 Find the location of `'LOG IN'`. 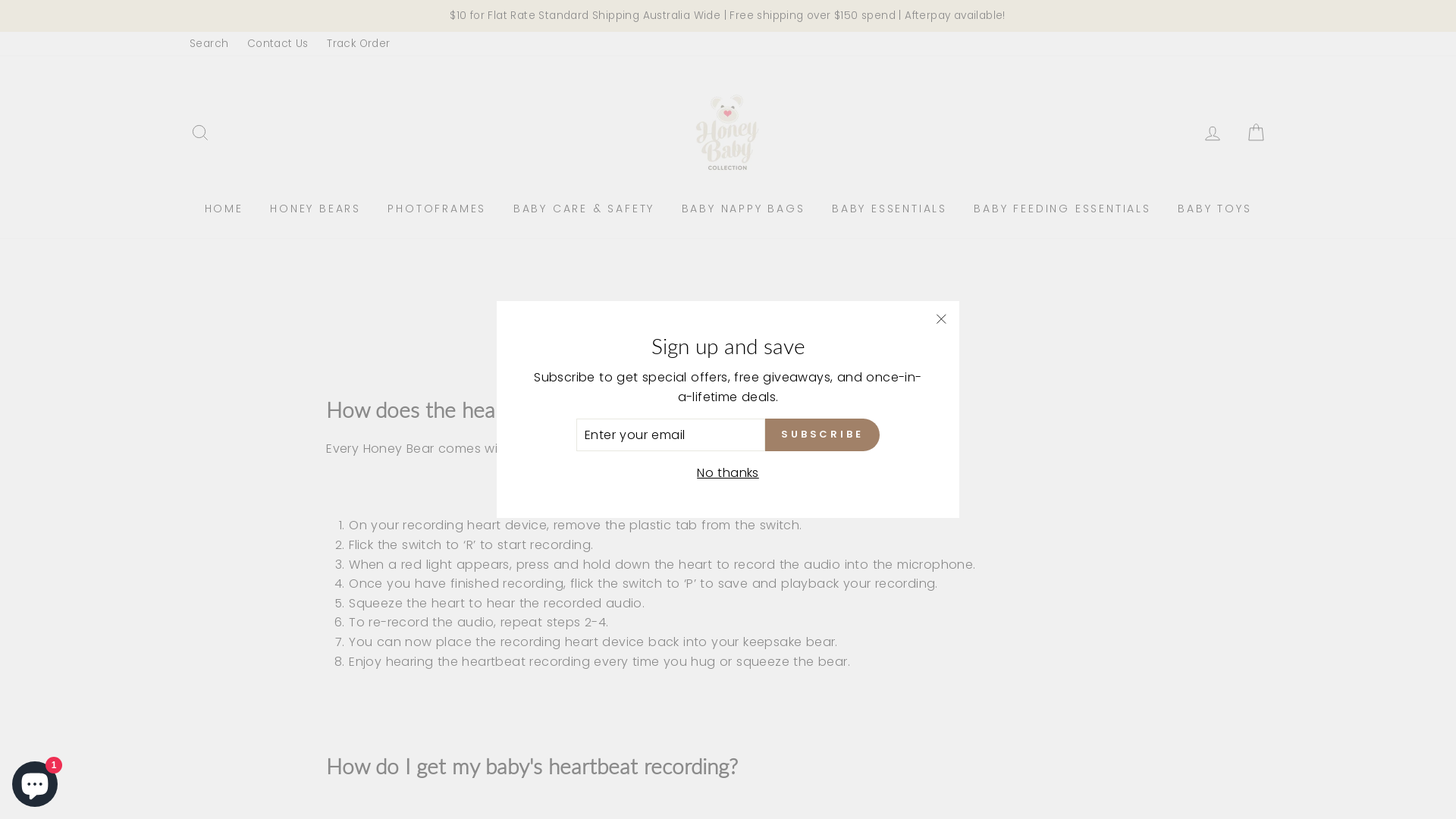

'LOG IN' is located at coordinates (1211, 132).